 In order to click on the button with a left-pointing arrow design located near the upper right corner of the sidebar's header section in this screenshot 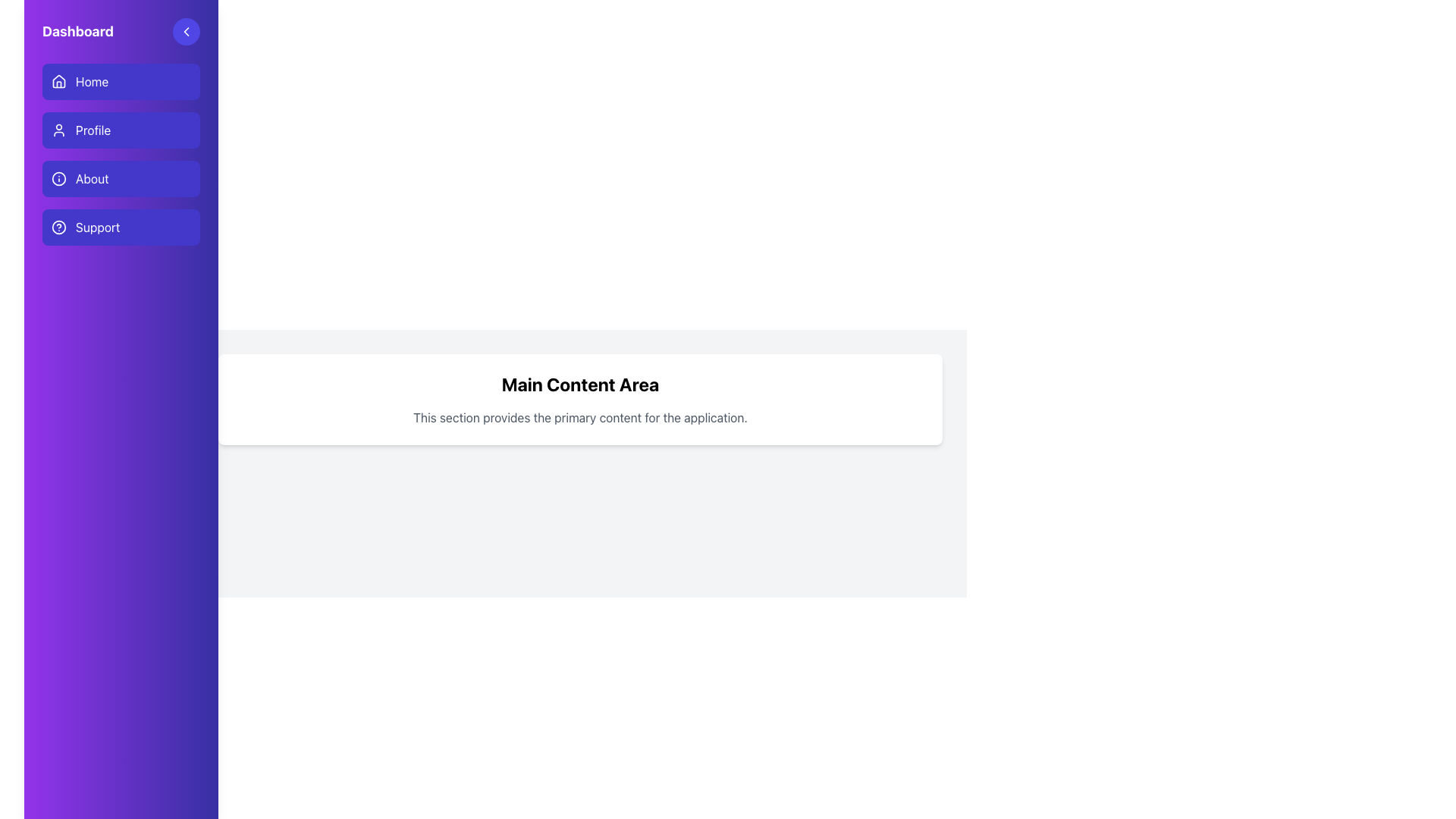, I will do `click(185, 32)`.